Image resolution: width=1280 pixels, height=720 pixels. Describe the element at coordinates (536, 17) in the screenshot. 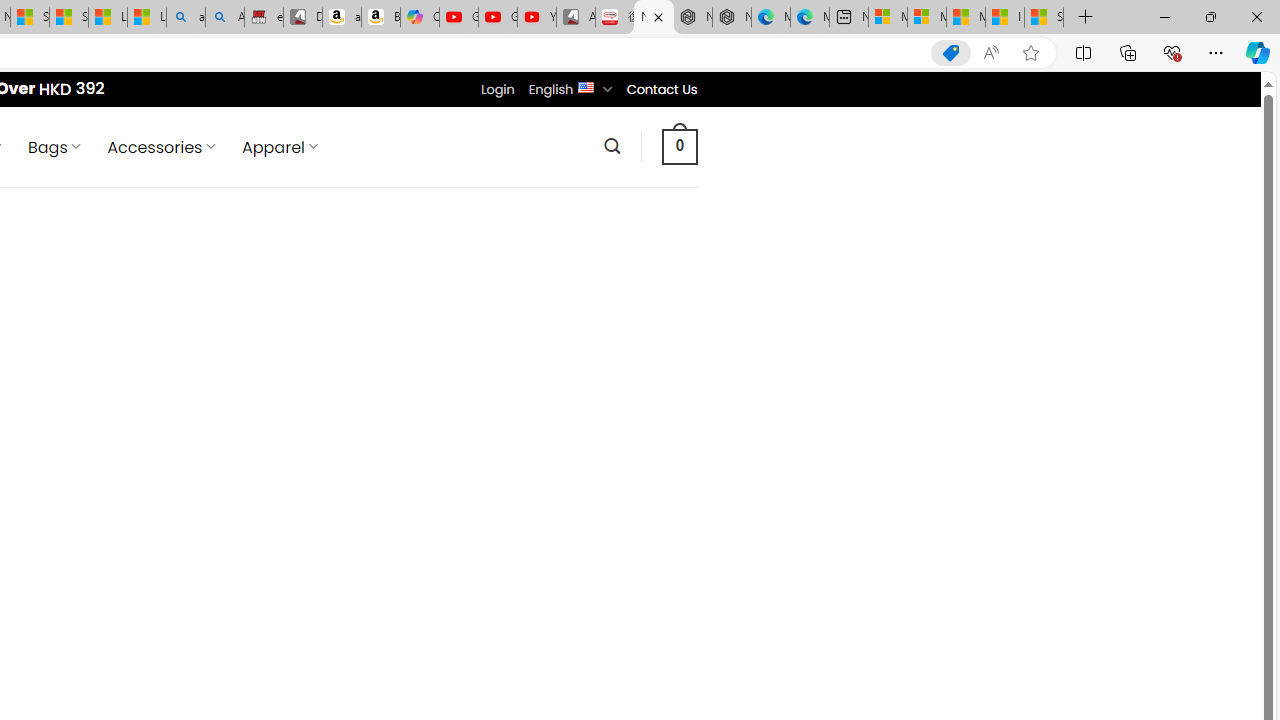

I see `'YouTube Kids - An App Created for Kids to Explore Content'` at that location.